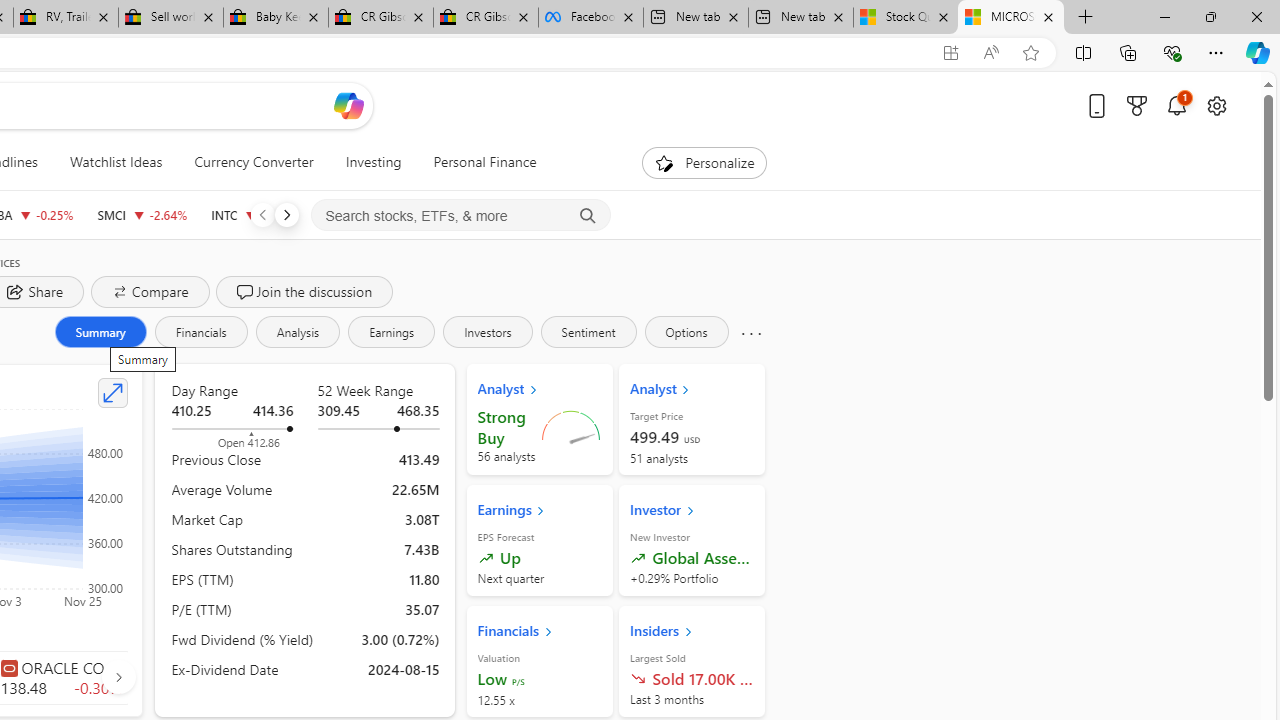 This screenshot has height=720, width=1280. Describe the element at coordinates (200, 330) in the screenshot. I see `'Financials'` at that location.